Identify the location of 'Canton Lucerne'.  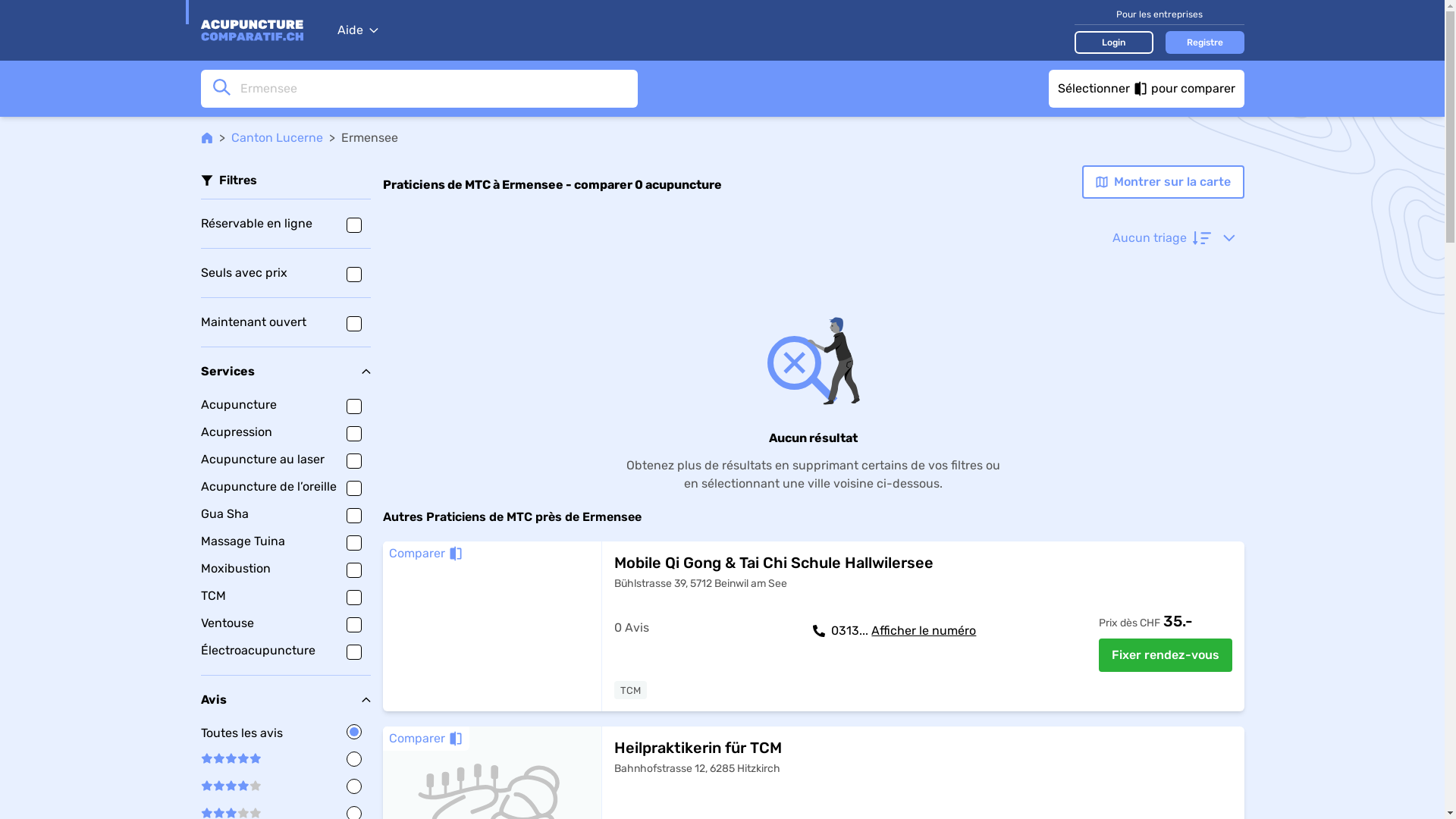
(276, 137).